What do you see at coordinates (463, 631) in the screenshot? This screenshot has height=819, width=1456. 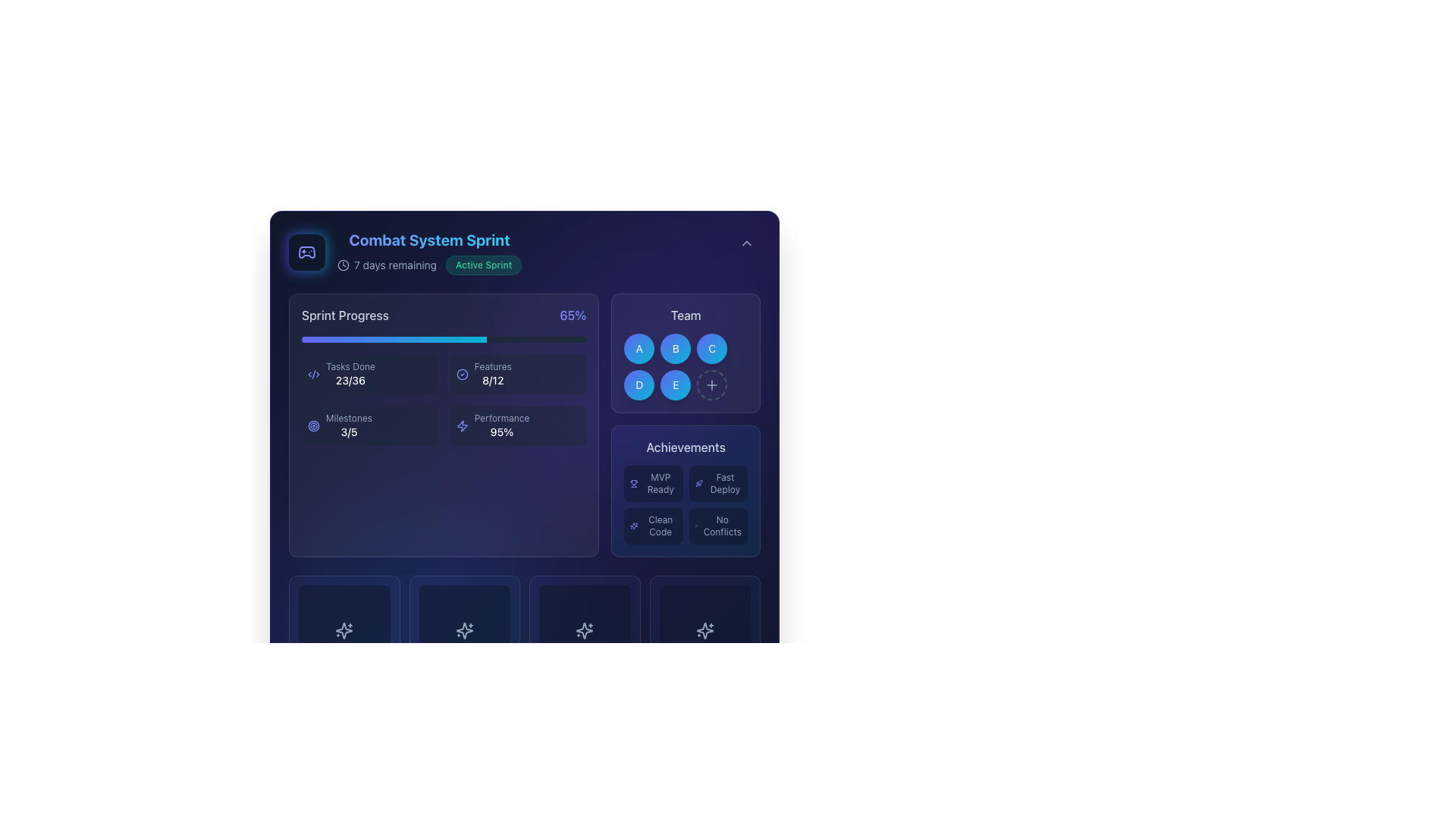 I see `the second icon from the left in the lower section of the interface, which likely triggers a sparkle-related theme or action` at bounding box center [463, 631].